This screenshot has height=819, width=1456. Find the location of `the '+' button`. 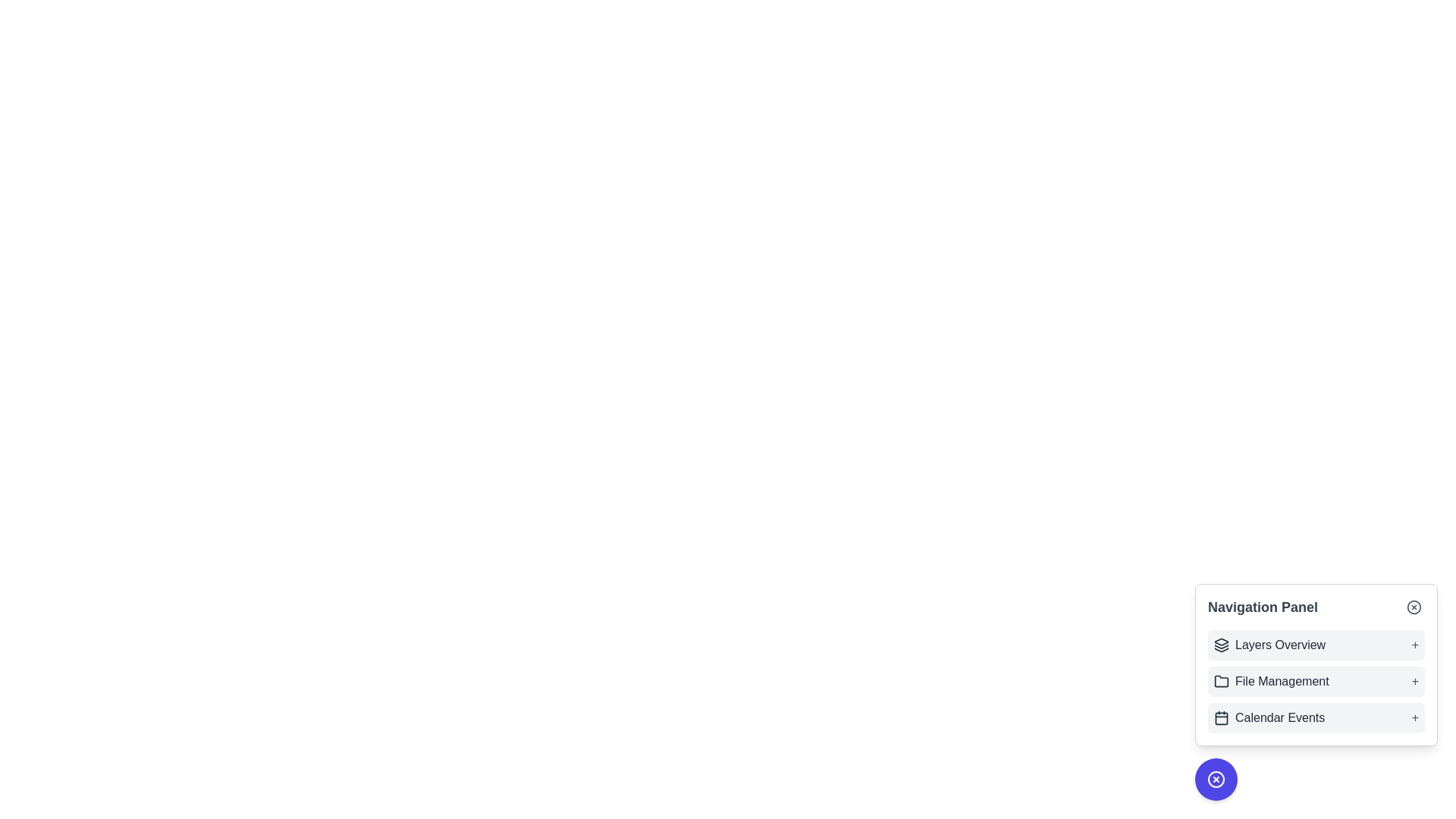

the '+' button is located at coordinates (1316, 717).